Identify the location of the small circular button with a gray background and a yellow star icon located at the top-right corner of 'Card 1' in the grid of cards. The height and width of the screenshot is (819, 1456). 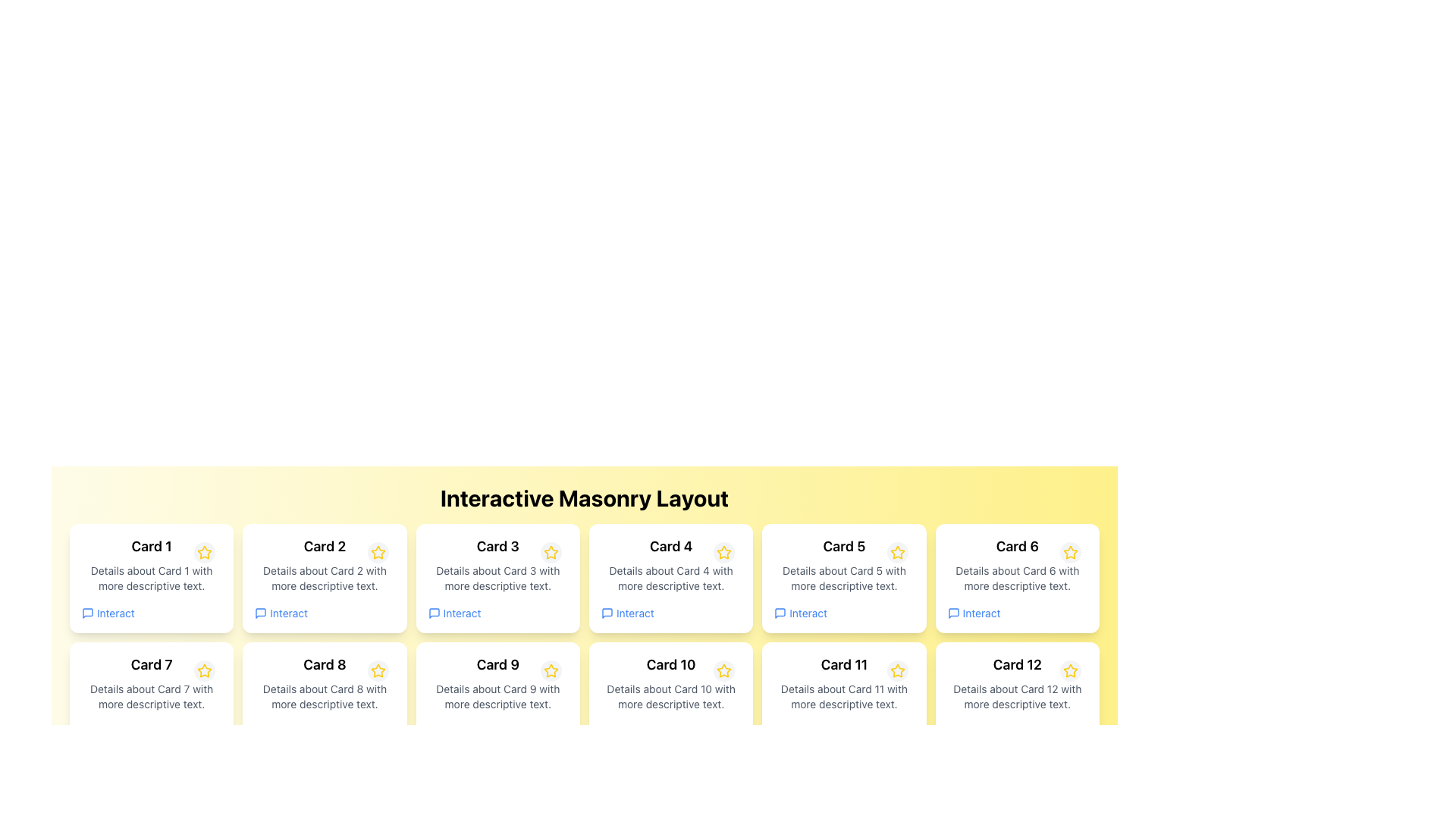
(204, 553).